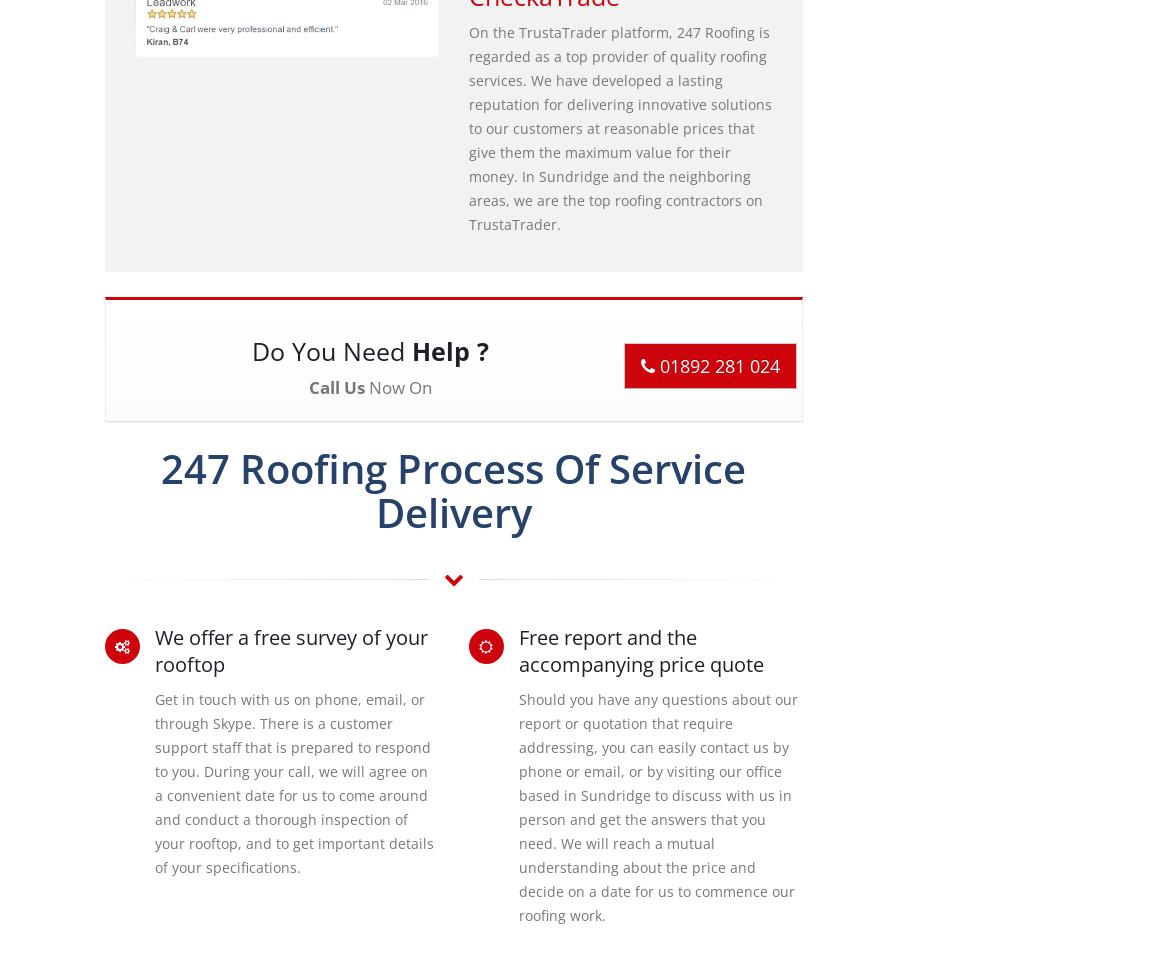 This screenshot has height=973, width=1150. Describe the element at coordinates (453, 489) in the screenshot. I see `'247 Roofing Process of Service Delivery'` at that location.